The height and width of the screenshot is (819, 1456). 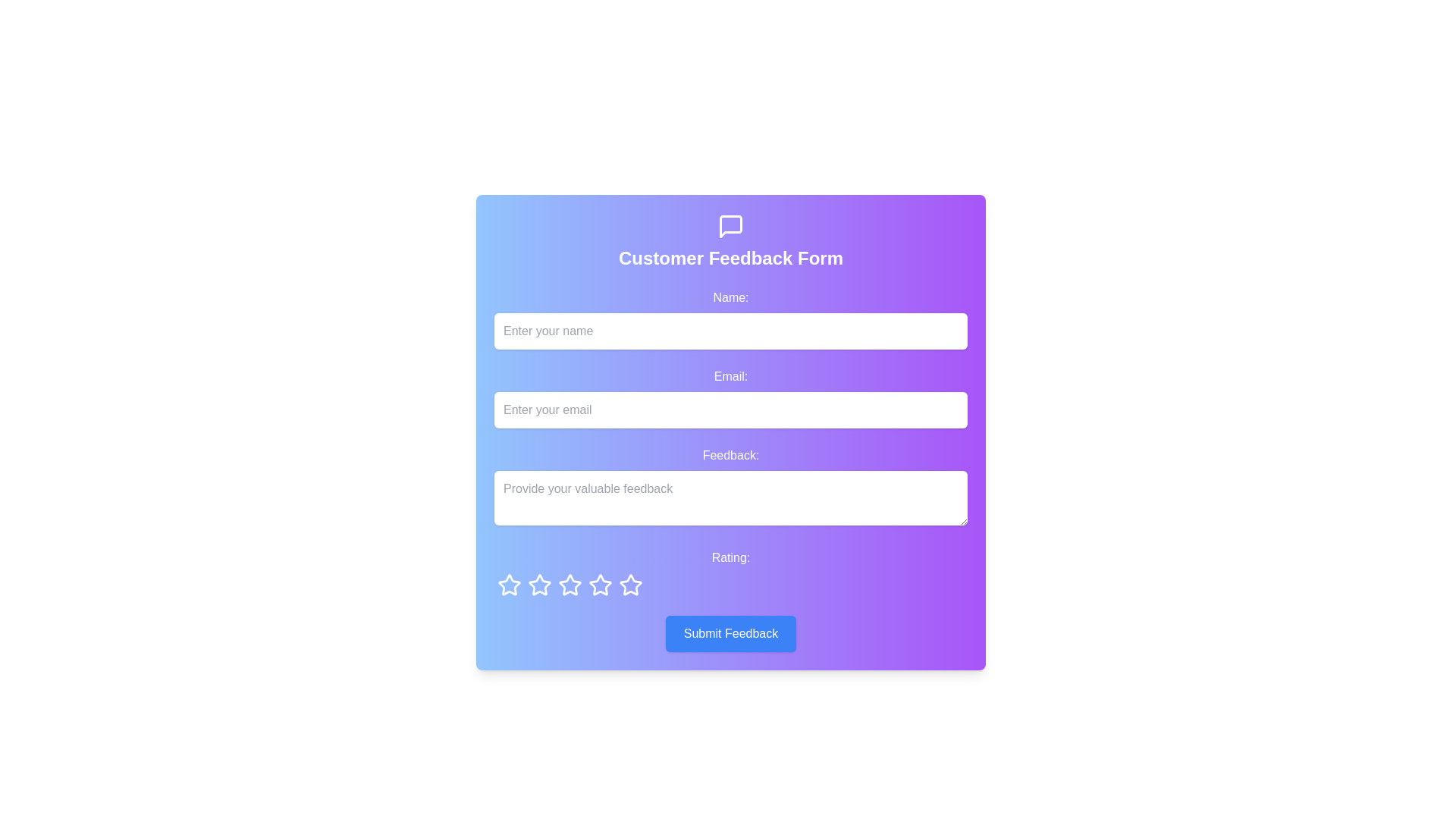 What do you see at coordinates (600, 584) in the screenshot?
I see `the fourth star-shaped icon in the rating section` at bounding box center [600, 584].